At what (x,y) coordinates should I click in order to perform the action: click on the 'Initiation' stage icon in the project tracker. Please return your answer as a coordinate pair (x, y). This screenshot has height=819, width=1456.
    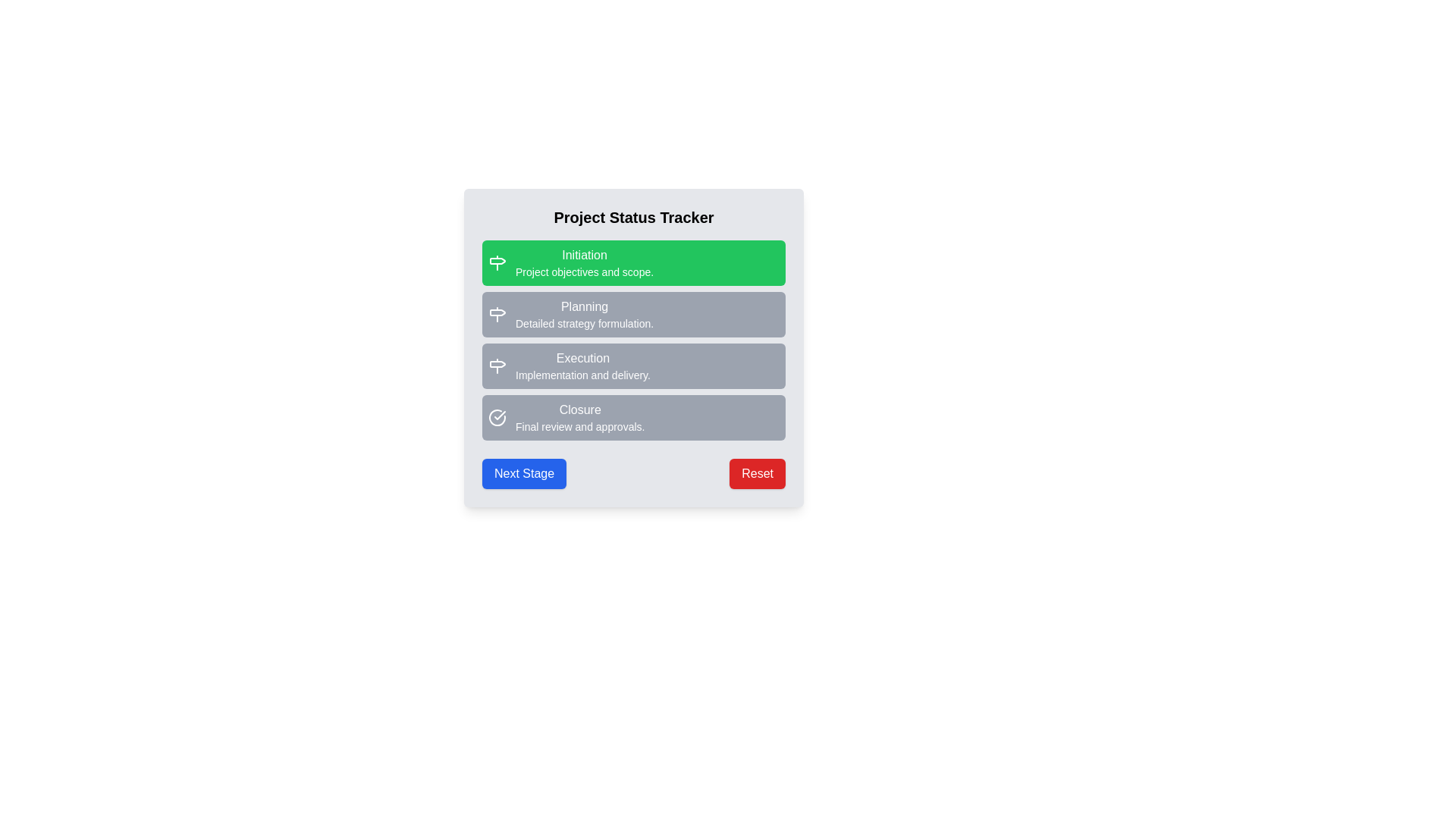
    Looking at the image, I should click on (497, 262).